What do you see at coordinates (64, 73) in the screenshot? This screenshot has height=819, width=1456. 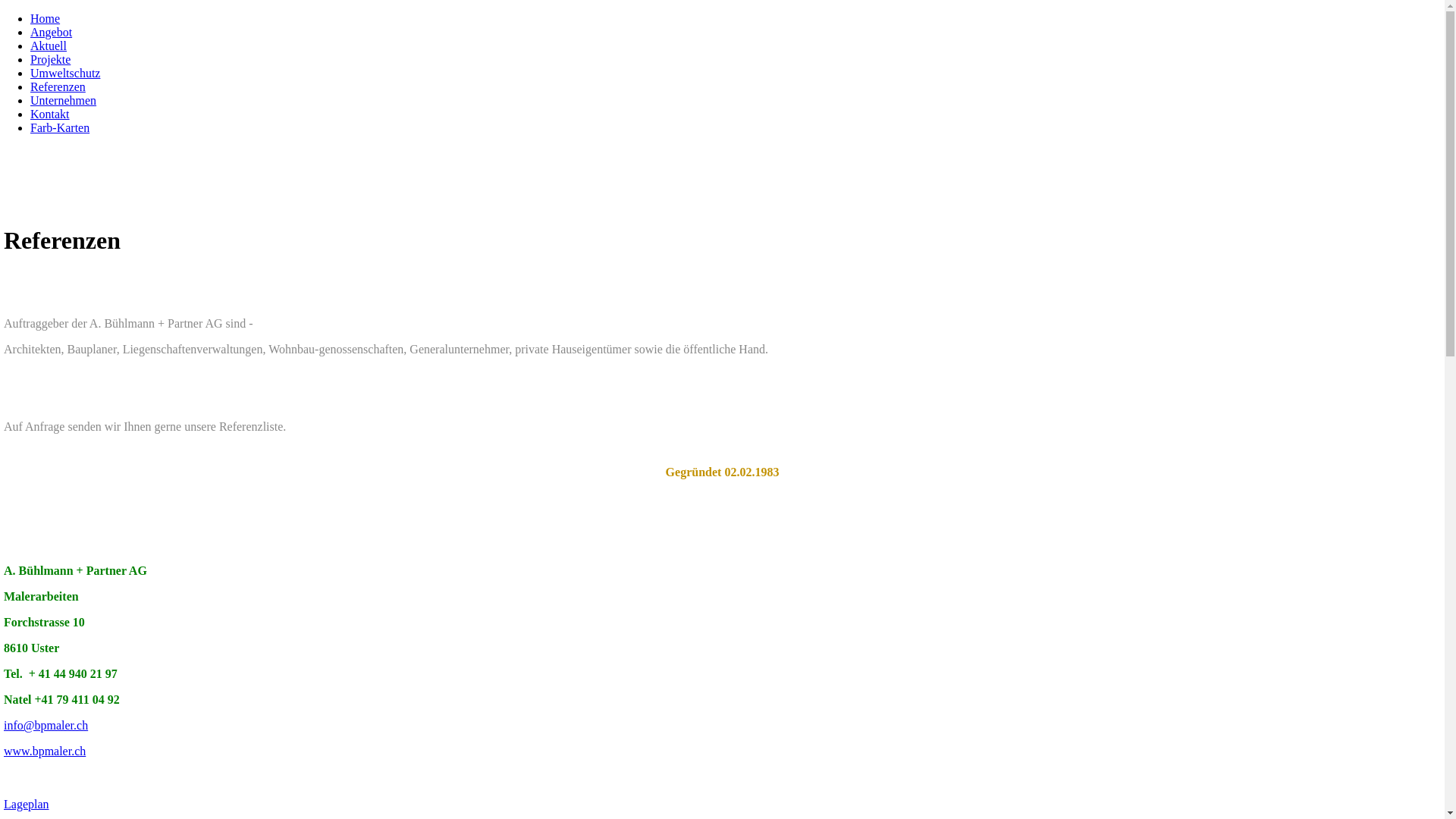 I see `'Umweltschutz'` at bounding box center [64, 73].